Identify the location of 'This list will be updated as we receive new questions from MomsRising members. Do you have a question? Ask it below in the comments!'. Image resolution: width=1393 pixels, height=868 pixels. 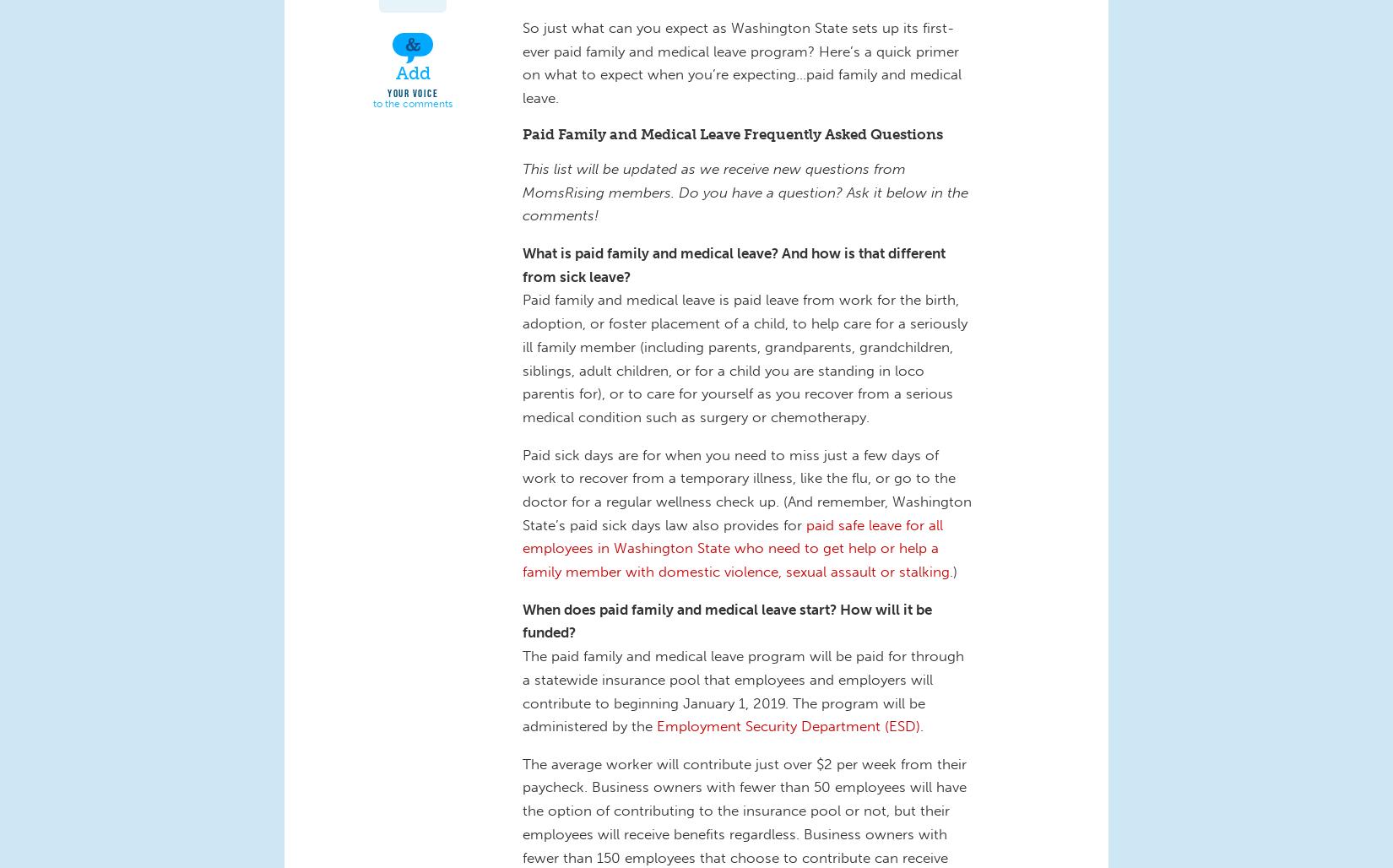
(745, 191).